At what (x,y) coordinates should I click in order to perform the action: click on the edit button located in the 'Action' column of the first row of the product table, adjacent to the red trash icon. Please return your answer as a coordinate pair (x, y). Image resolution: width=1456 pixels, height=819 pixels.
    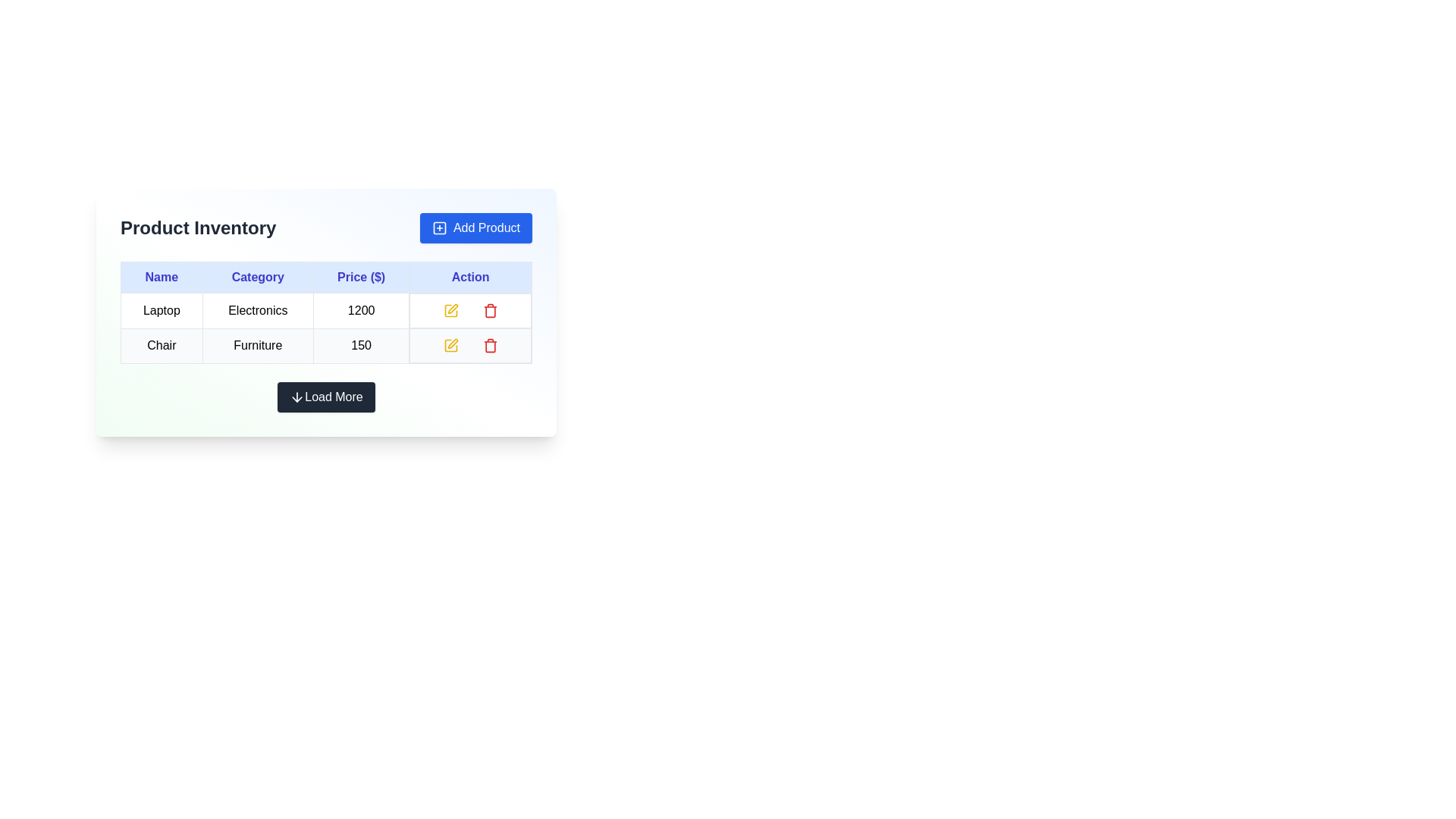
    Looking at the image, I should click on (450, 309).